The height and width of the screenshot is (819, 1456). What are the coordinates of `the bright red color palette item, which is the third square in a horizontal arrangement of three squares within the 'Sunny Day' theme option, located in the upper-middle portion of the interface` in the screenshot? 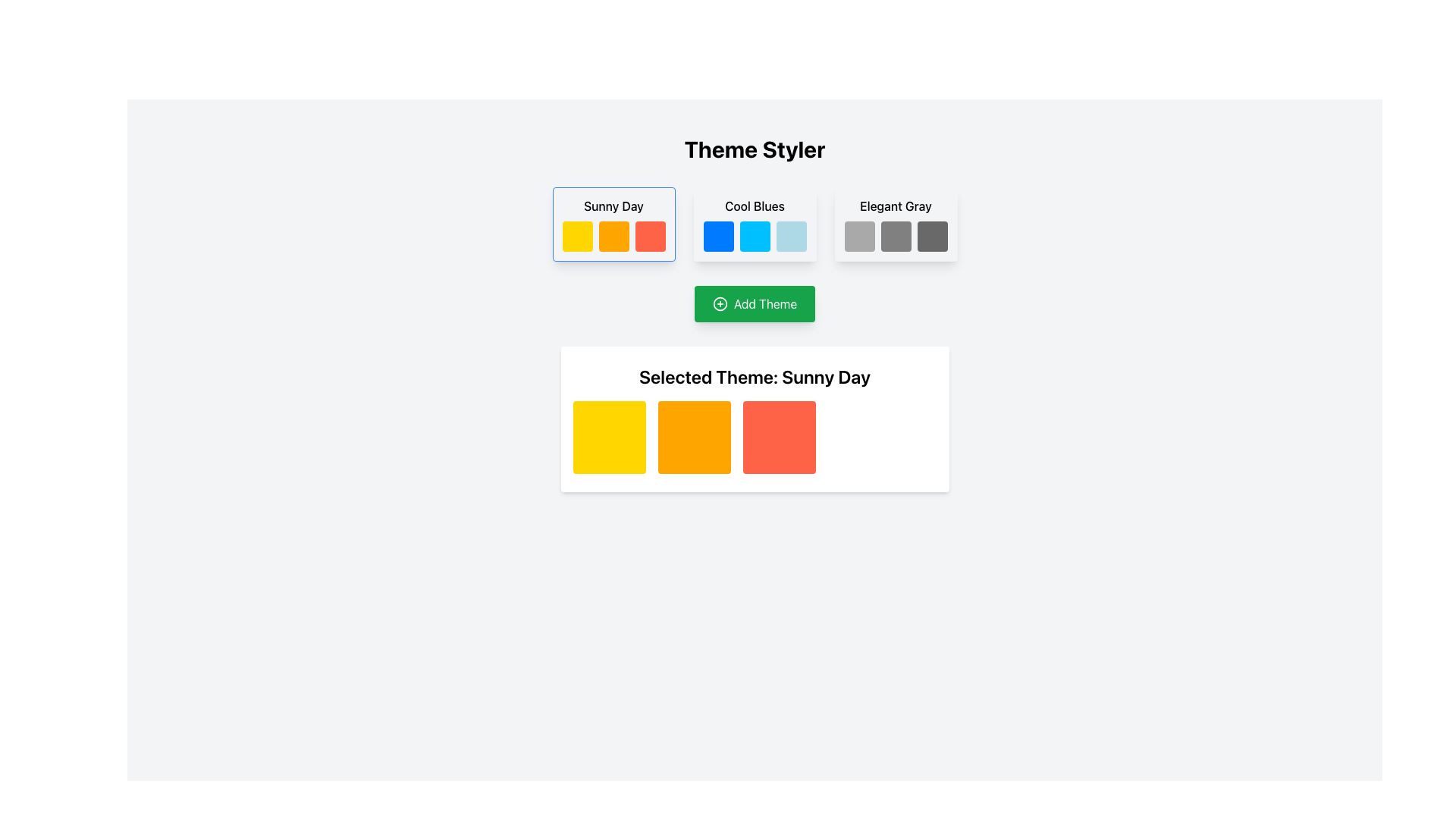 It's located at (650, 237).